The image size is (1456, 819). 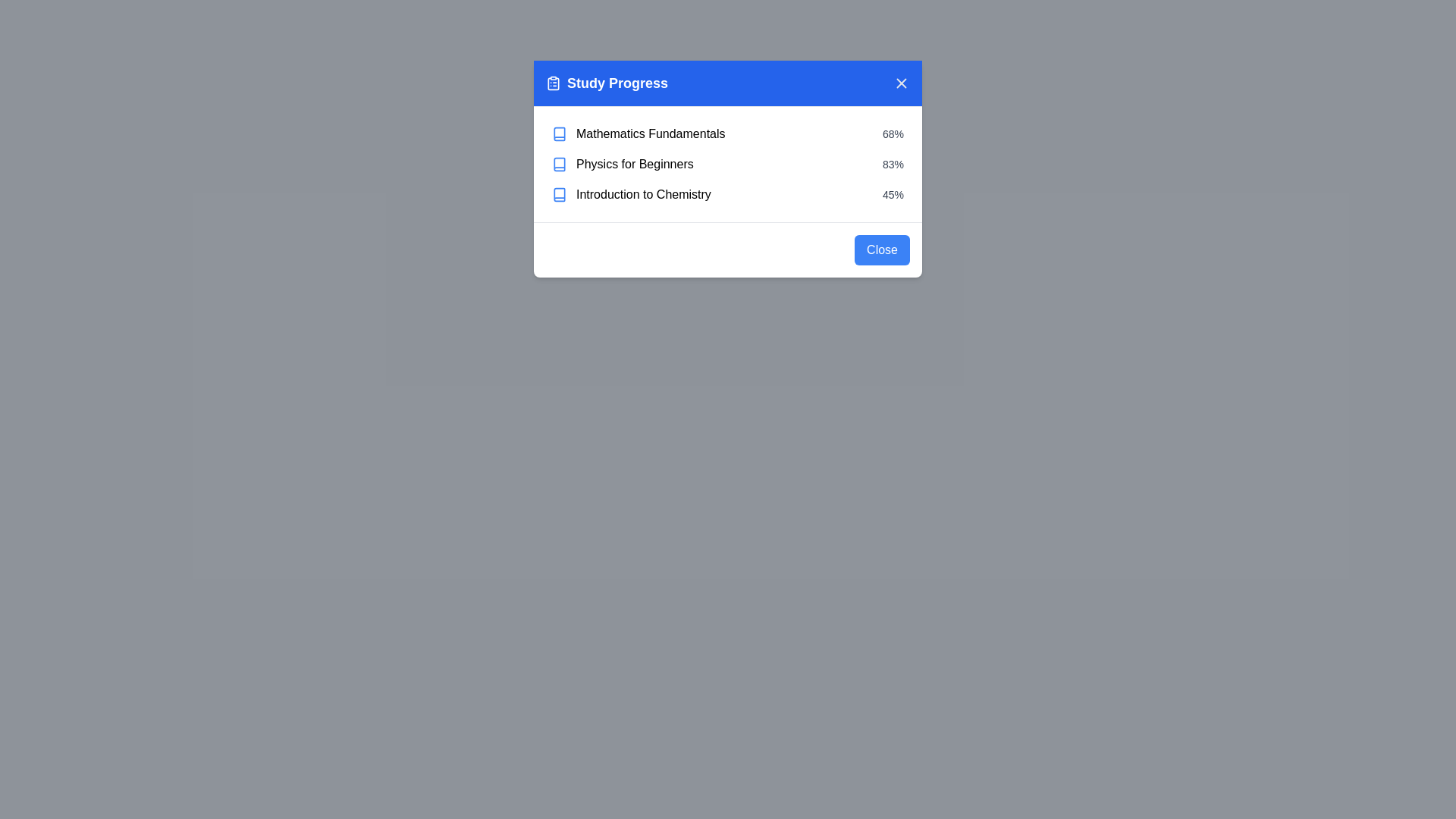 What do you see at coordinates (893, 133) in the screenshot?
I see `the text label displaying '68%' which is aligned to the right of 'Mathematics Fundamentals' in gray color` at bounding box center [893, 133].